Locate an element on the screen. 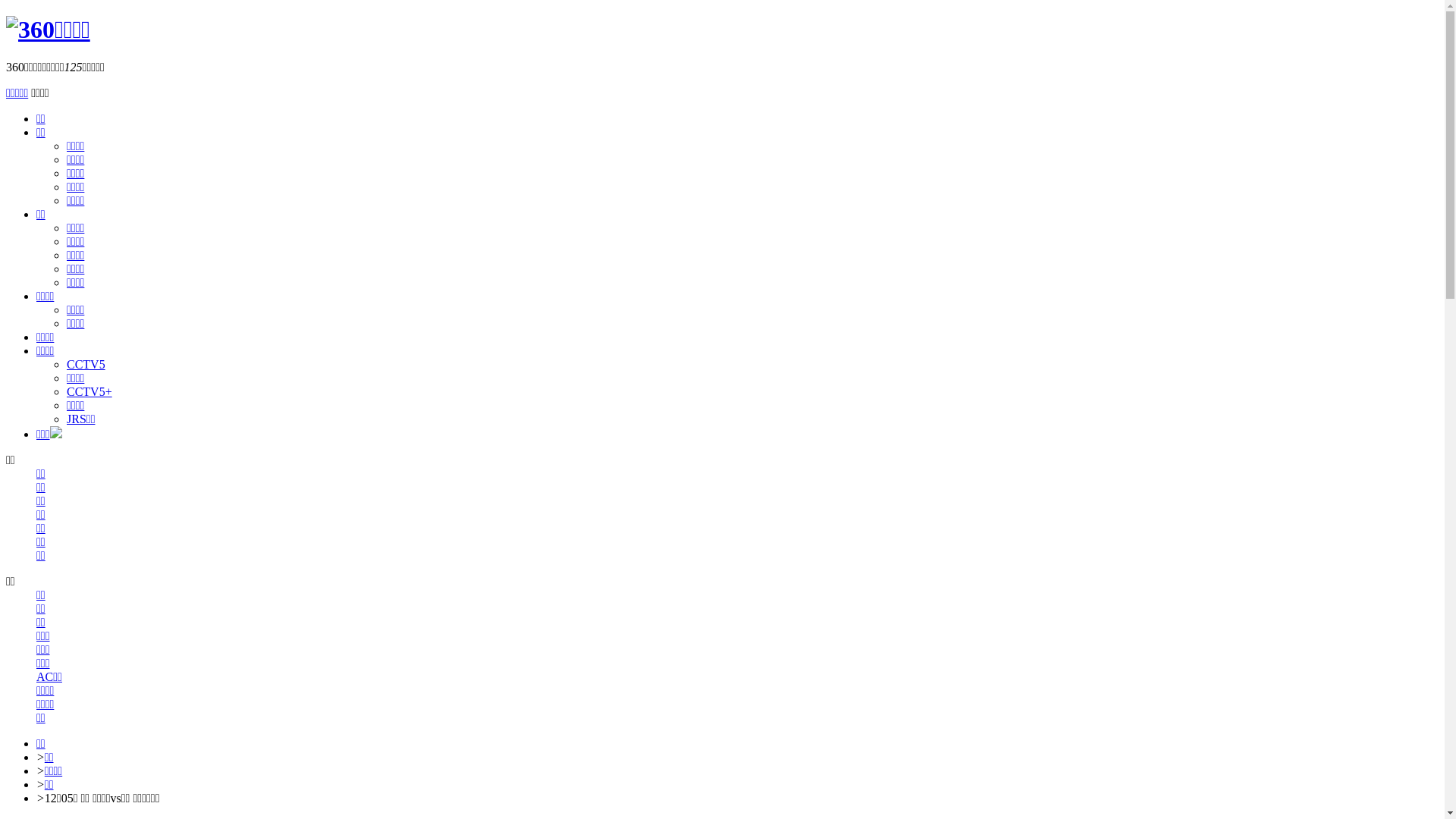  'CCTV5+' is located at coordinates (89, 391).